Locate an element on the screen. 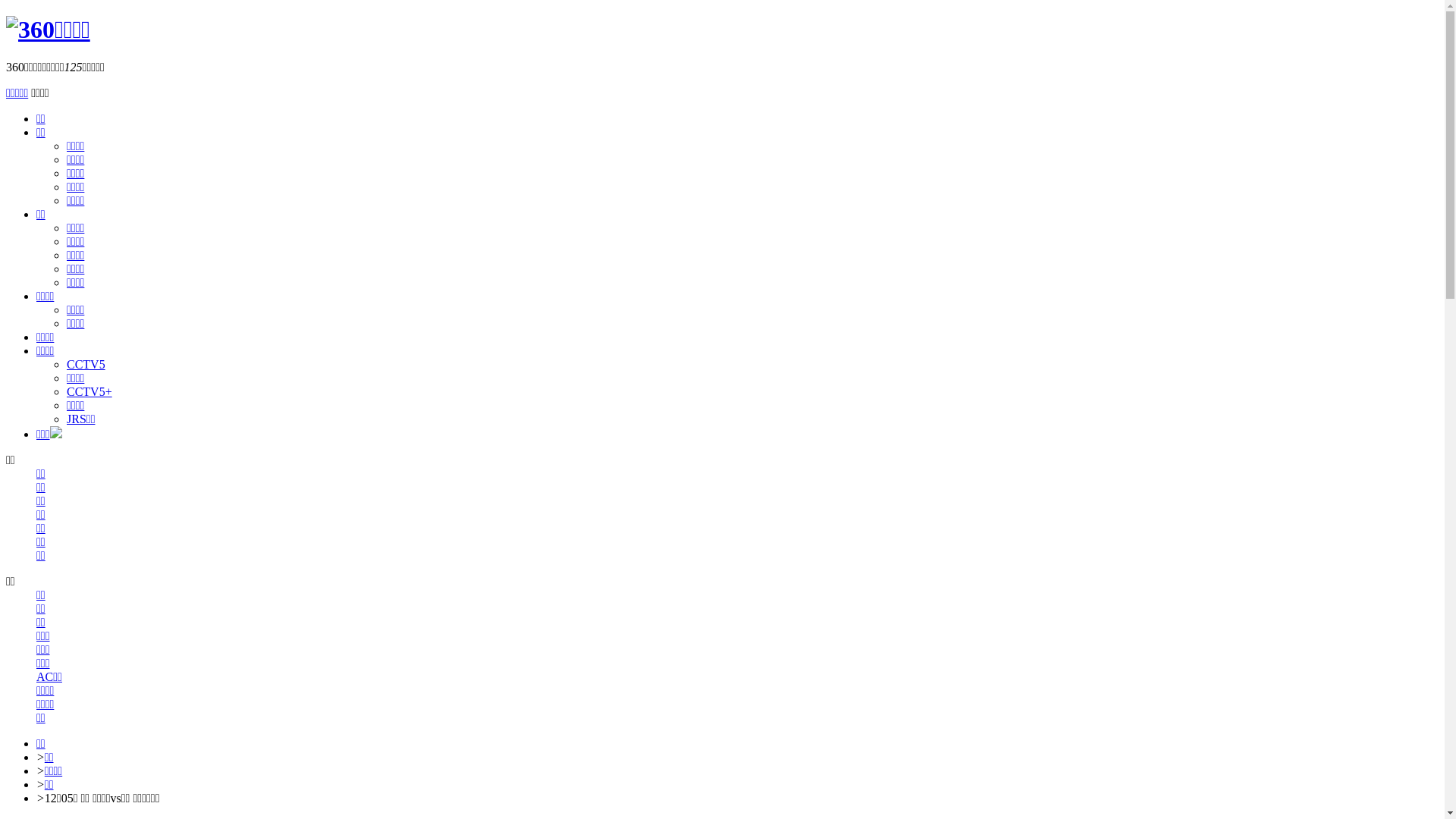  'CCTV5+' is located at coordinates (89, 391).